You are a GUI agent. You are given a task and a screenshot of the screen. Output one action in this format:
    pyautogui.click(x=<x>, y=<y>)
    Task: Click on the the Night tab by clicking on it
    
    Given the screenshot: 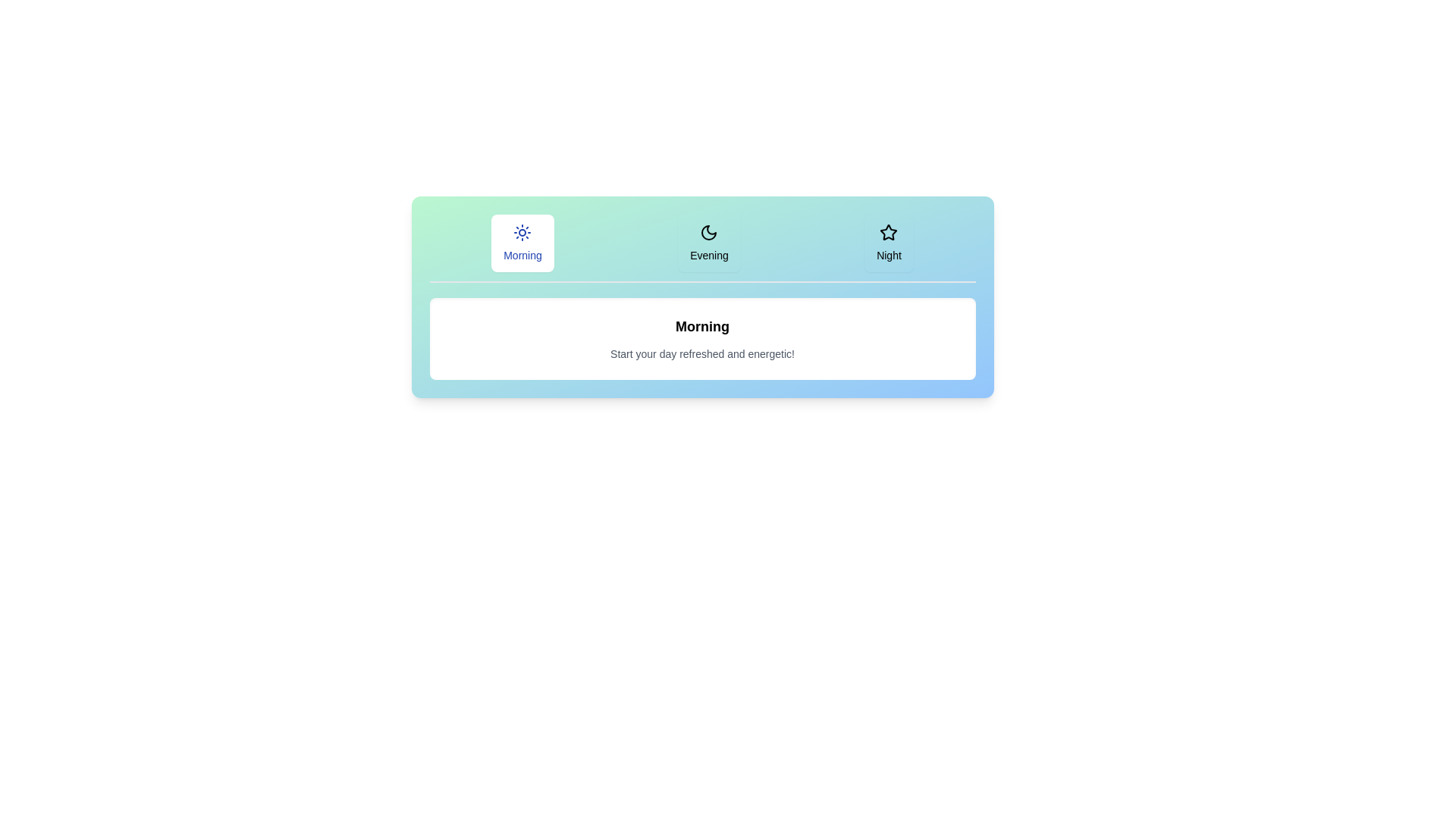 What is the action you would take?
    pyautogui.click(x=889, y=242)
    